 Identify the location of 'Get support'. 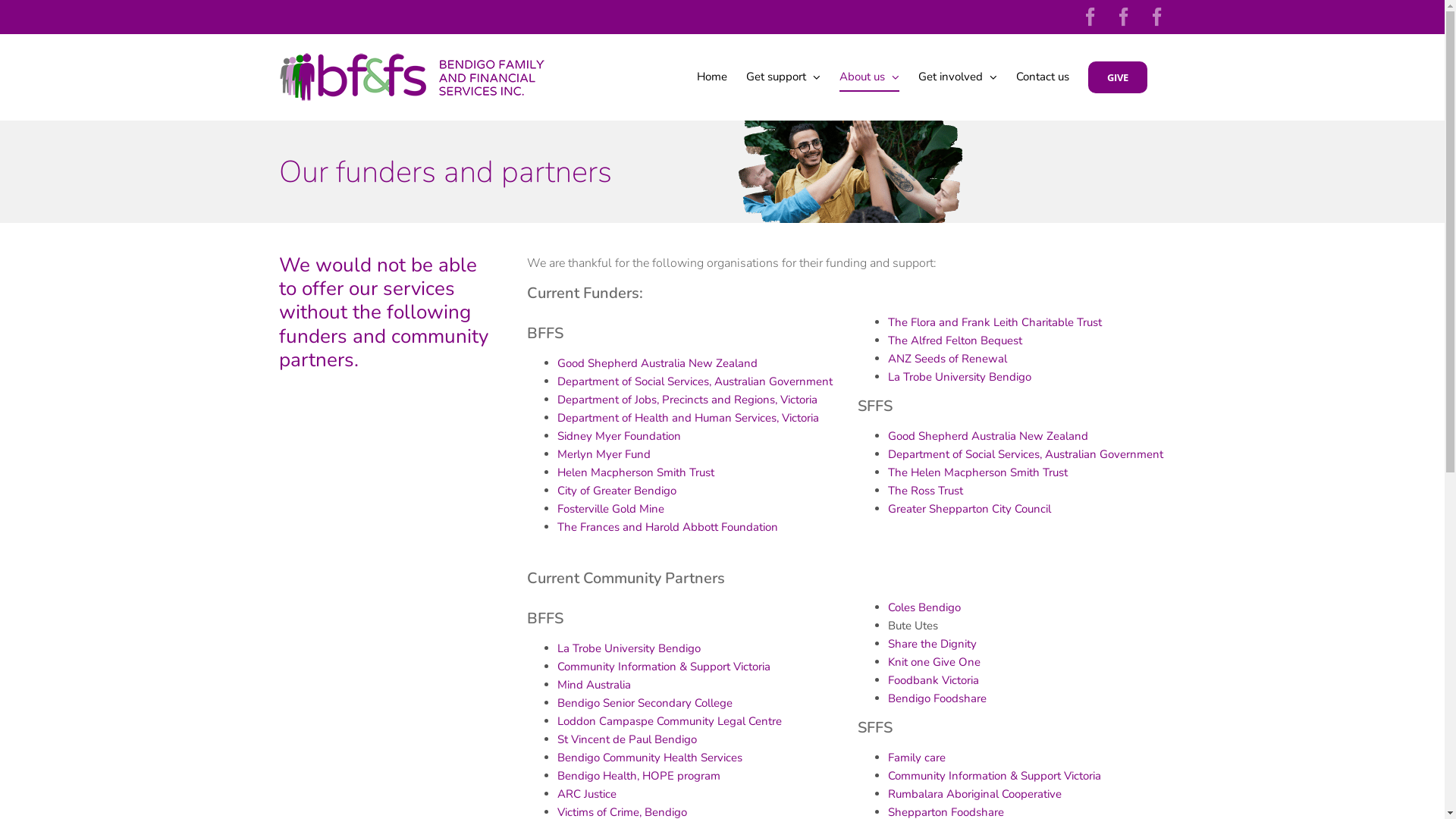
(745, 77).